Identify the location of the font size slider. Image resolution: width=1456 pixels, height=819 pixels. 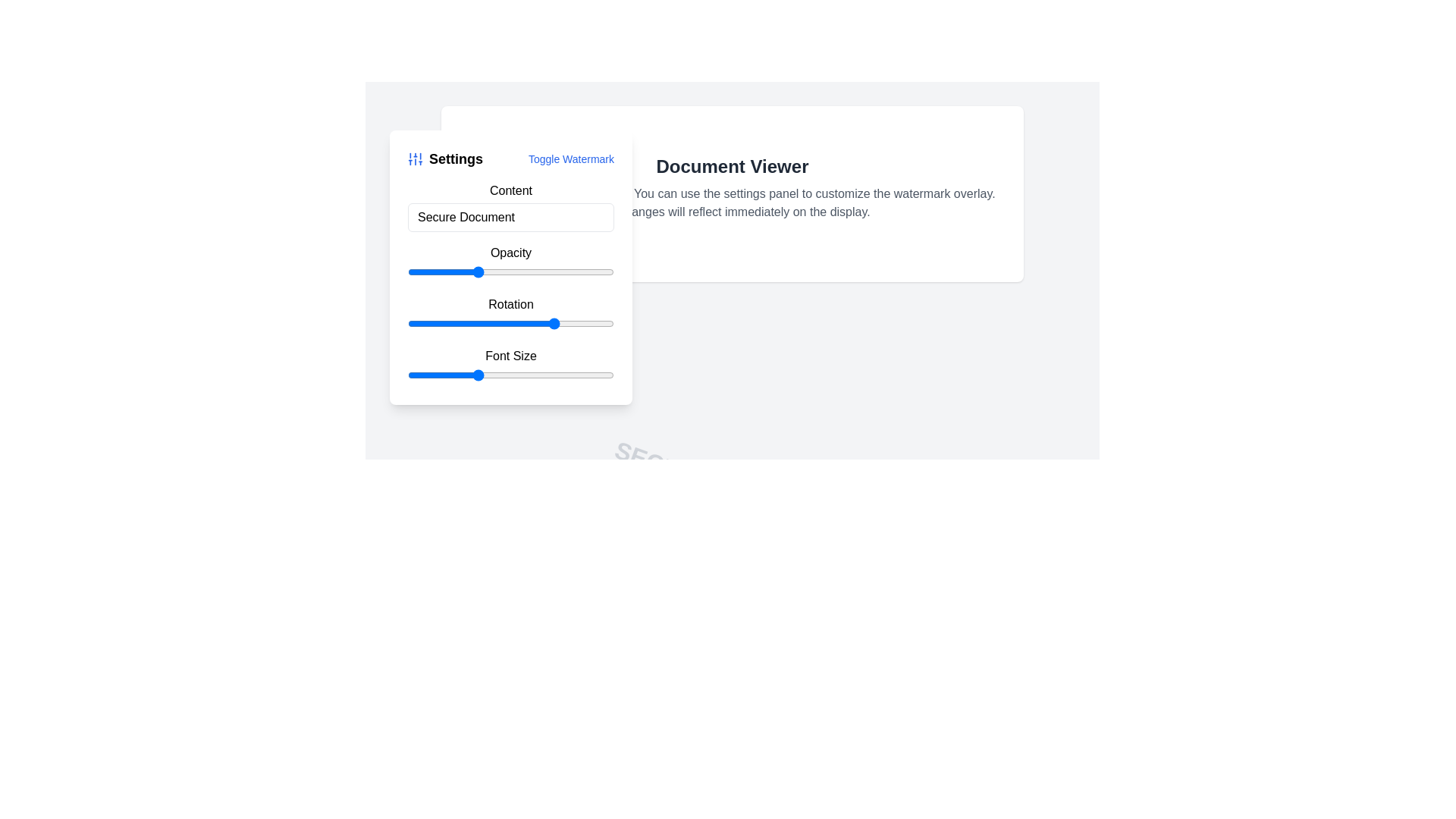
(412, 375).